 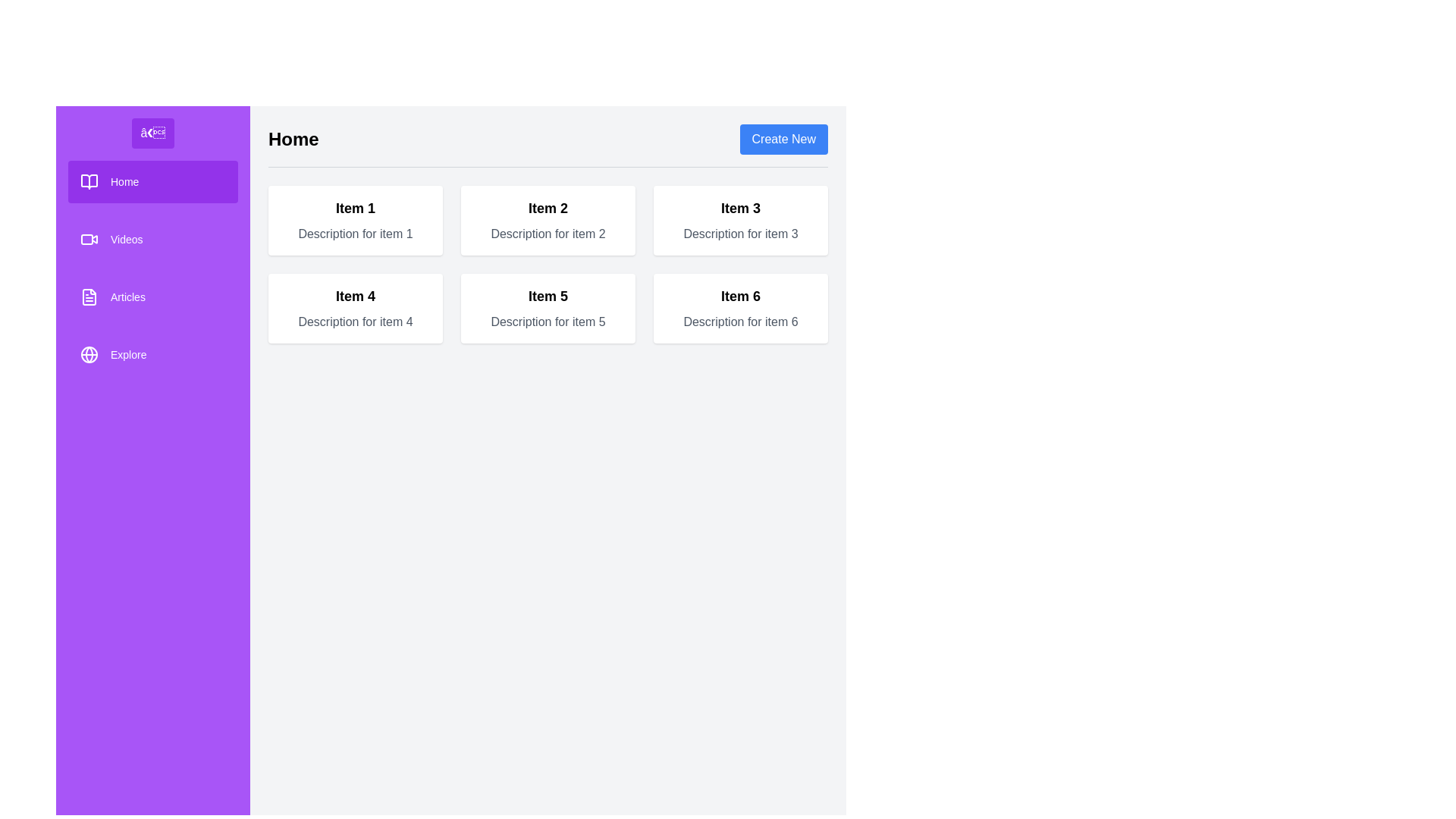 I want to click on the circular globe icon with a purple background that is part of the 'Explore' menu item in the left sidebar, so click(x=89, y=354).